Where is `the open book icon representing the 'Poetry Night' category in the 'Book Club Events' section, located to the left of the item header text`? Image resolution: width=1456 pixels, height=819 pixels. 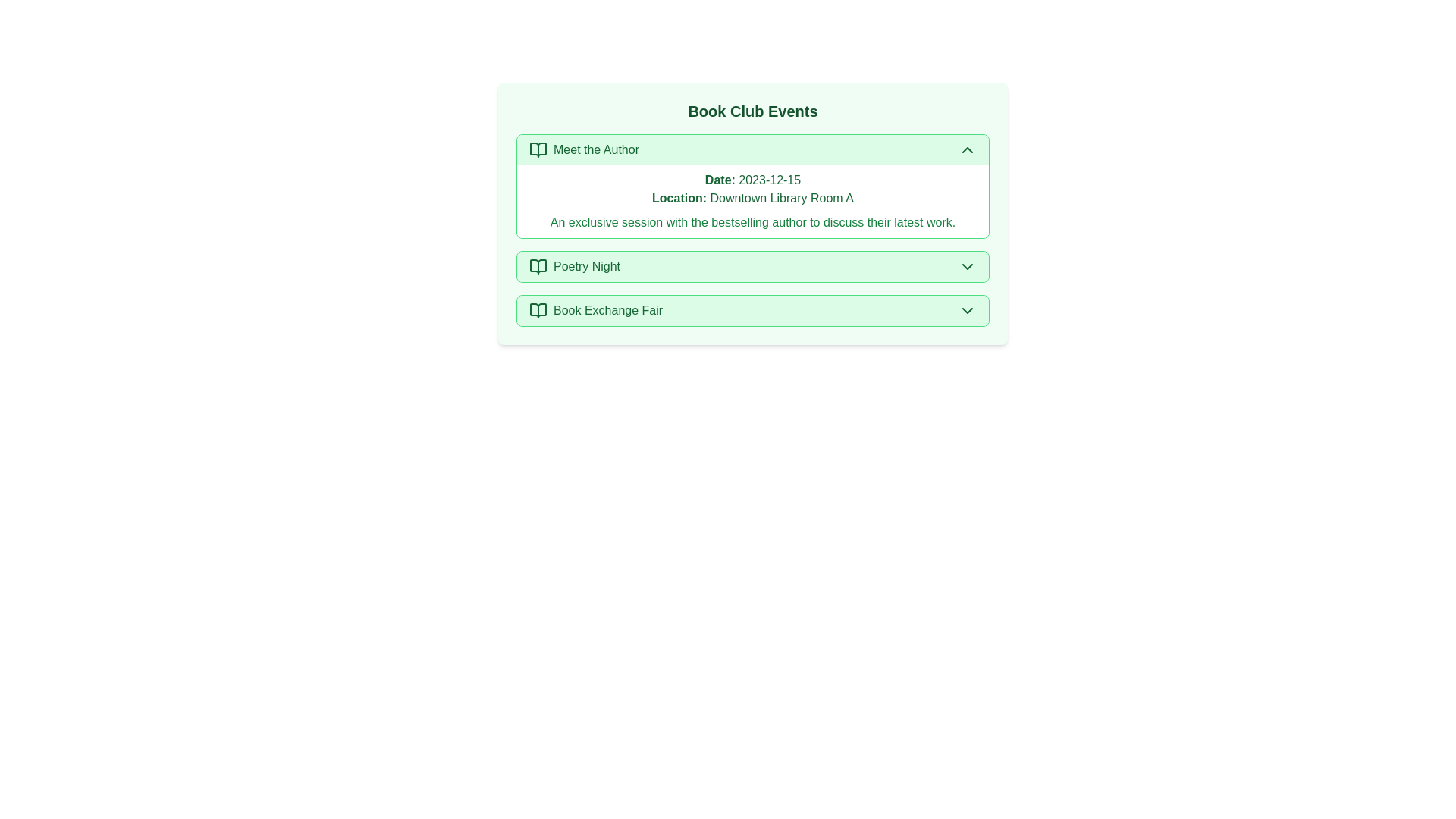 the open book icon representing the 'Poetry Night' category in the 'Book Club Events' section, located to the left of the item header text is located at coordinates (538, 265).